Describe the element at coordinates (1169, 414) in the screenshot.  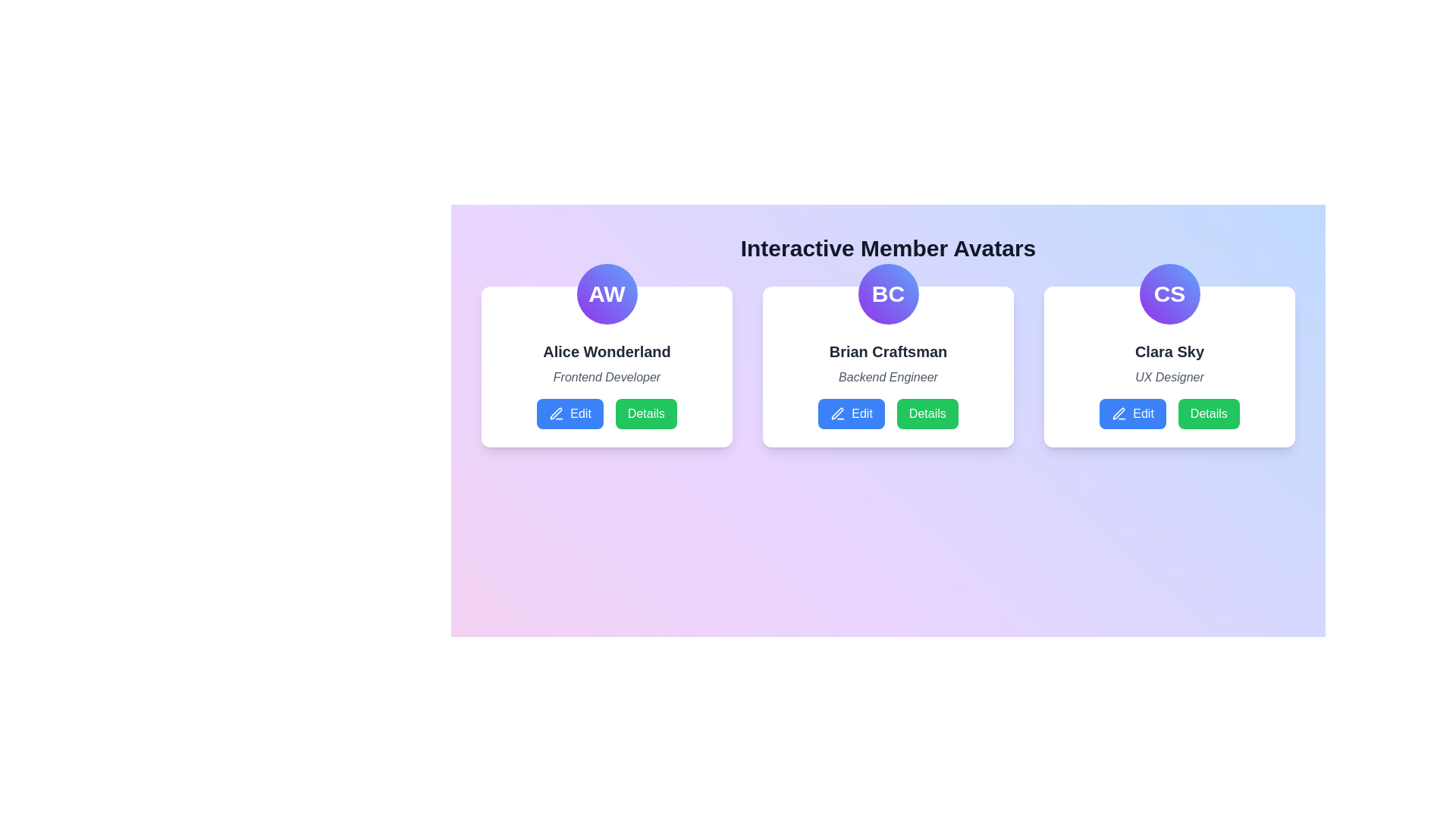
I see `the 'Details' button in the Interactive Button Group located at the bottom of Clara Sky's profile card` at that location.